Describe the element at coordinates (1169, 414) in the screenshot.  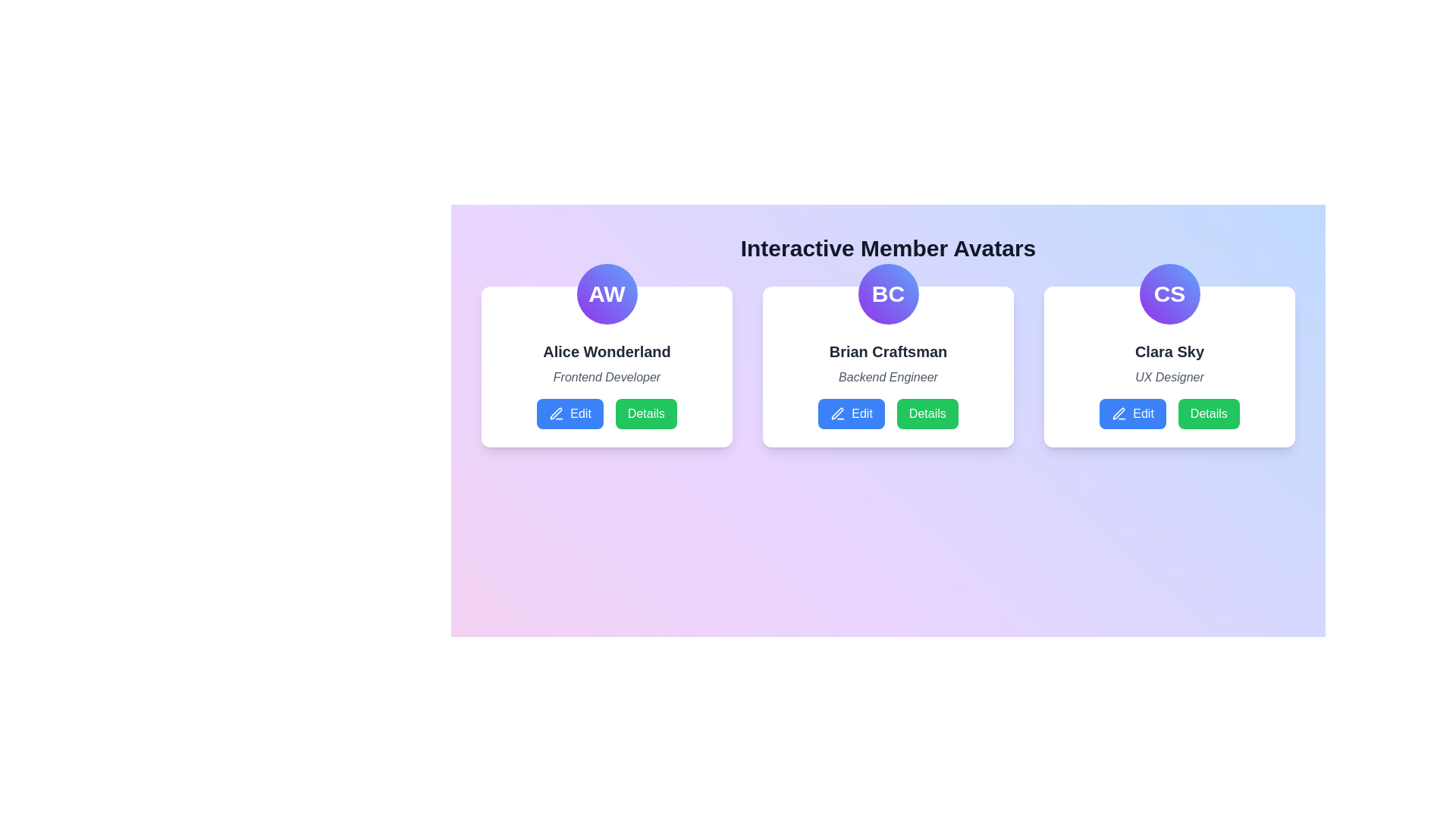
I see `the 'Details' button in the Interactive Button Group located at the bottom of Clara Sky's profile card` at that location.